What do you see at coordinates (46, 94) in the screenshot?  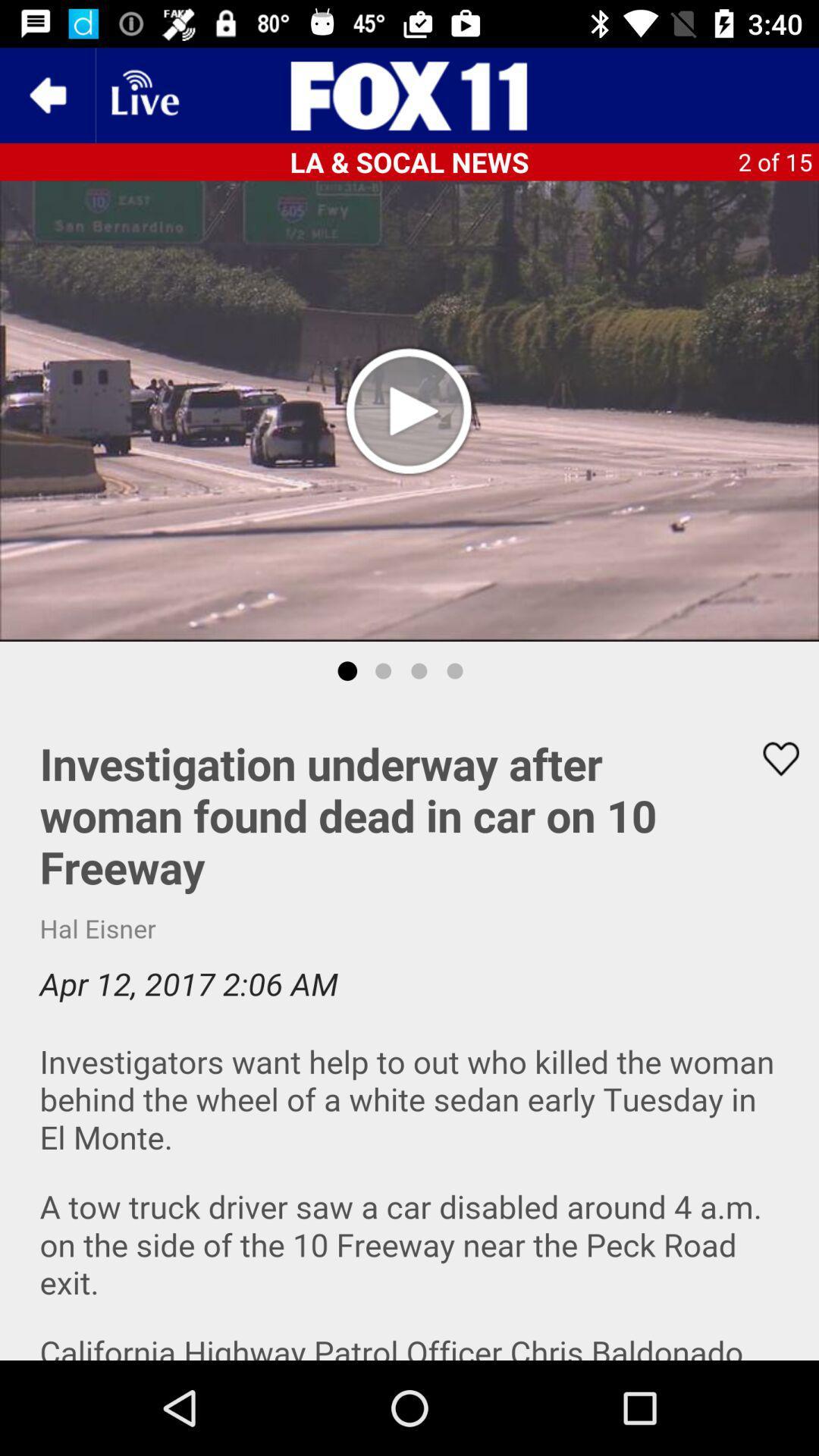 I see `the arrow_backward icon` at bounding box center [46, 94].